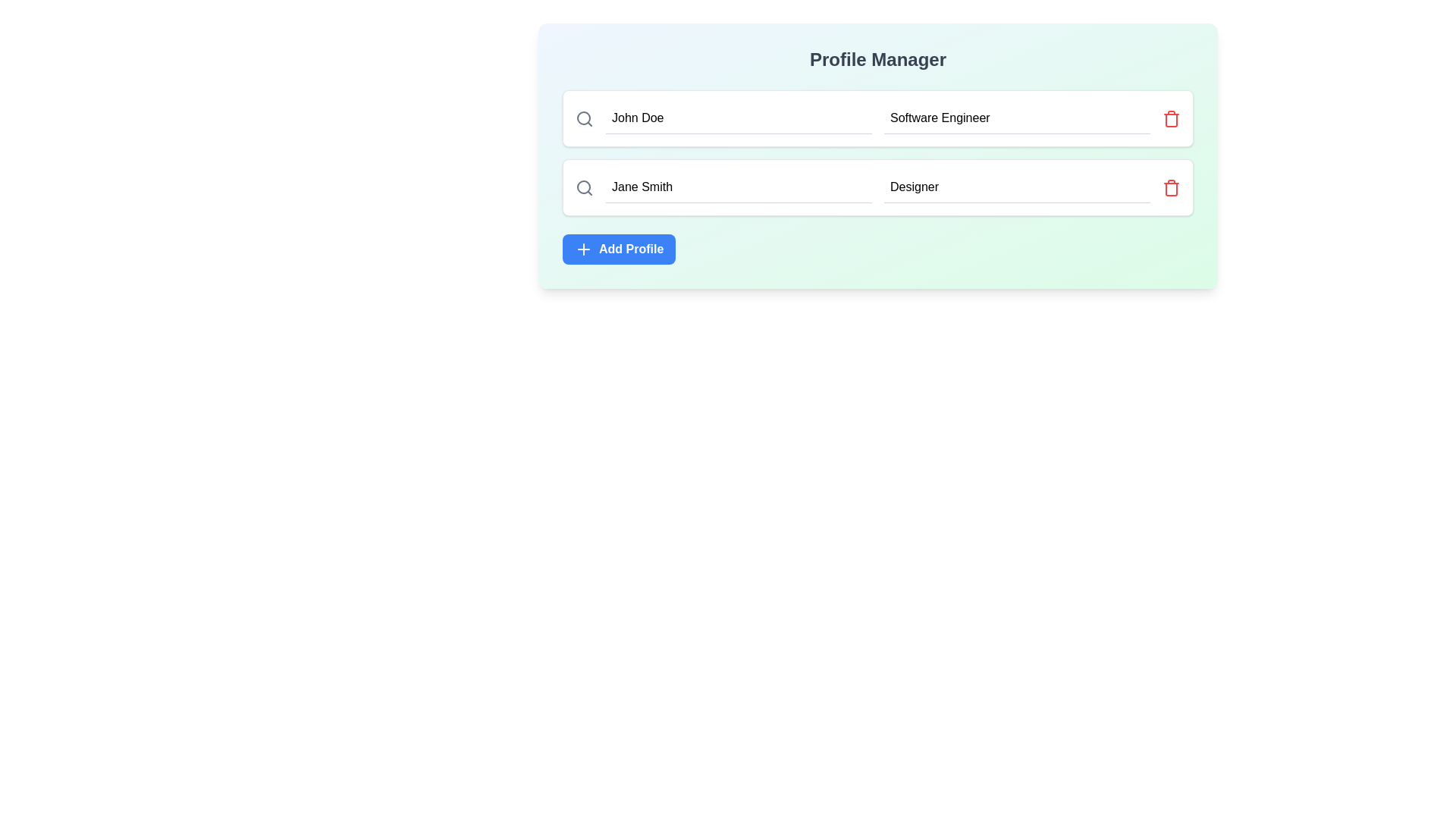 This screenshot has height=819, width=1456. What do you see at coordinates (584, 187) in the screenshot?
I see `the search icon represented by a gray magnifying glass located to the left of the input field labeled 'Jane Smith' in the user profile list` at bounding box center [584, 187].